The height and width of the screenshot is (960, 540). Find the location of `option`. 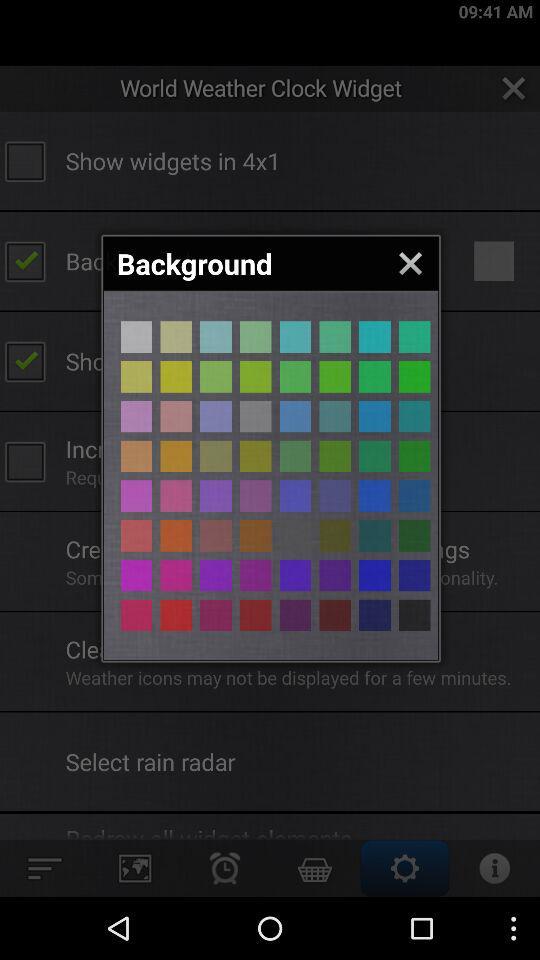

option is located at coordinates (413, 614).